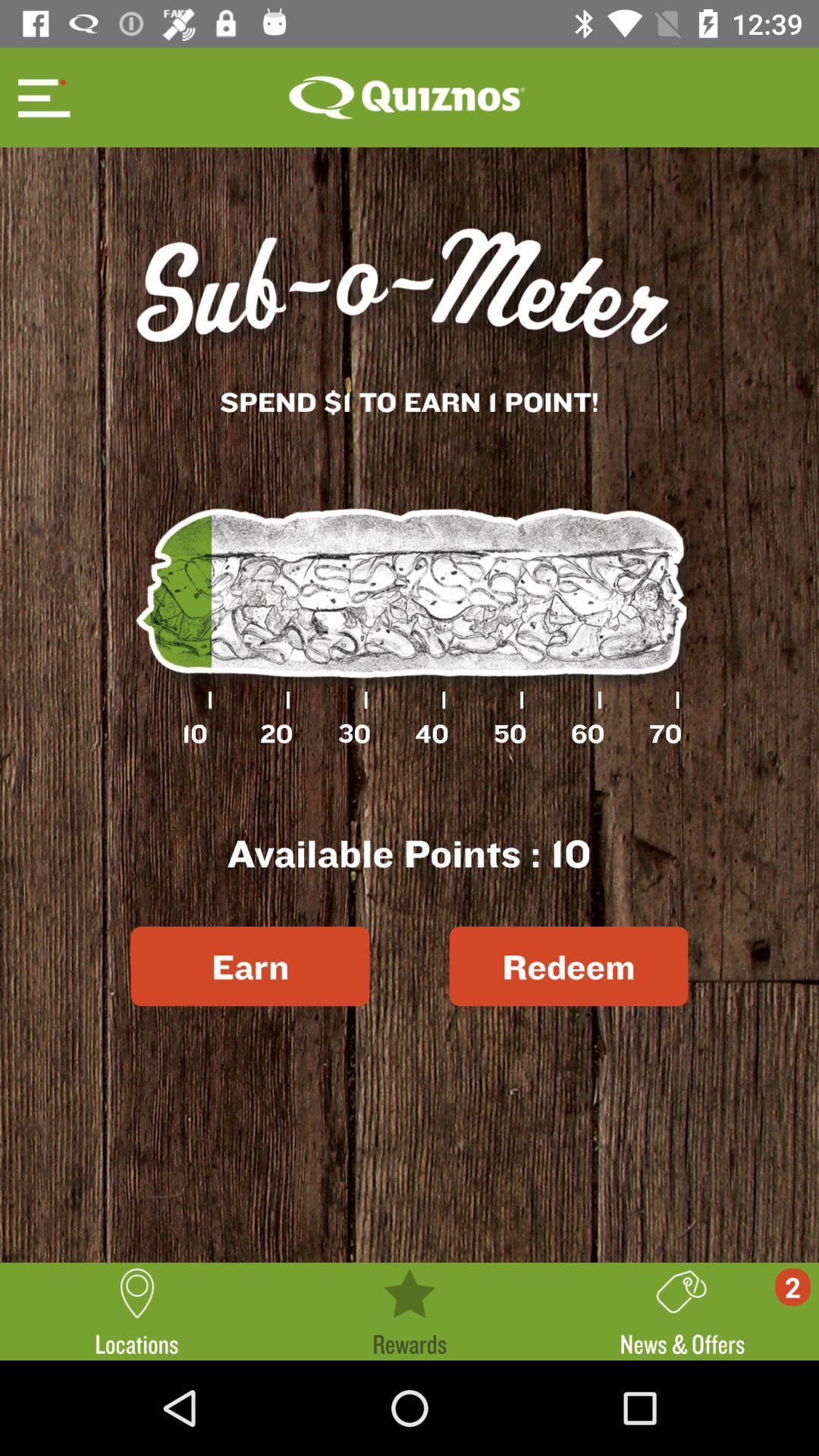 This screenshot has height=1456, width=819. I want to click on the filter_list icon, so click(41, 96).